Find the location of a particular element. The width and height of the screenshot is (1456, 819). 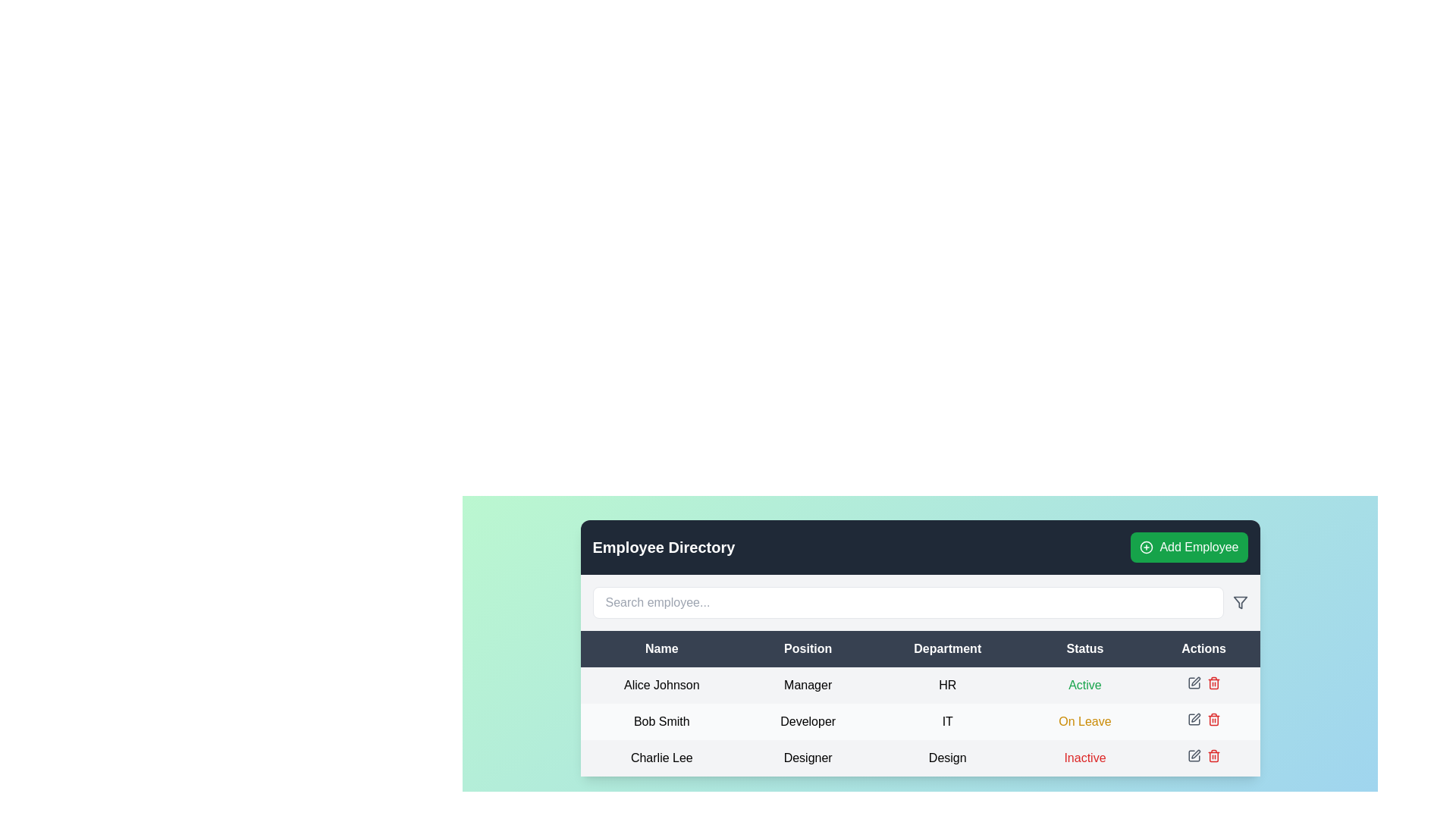

the text label displaying 'HR' located in the 'Department' column of the table for 'Alice Johnson' is located at coordinates (946, 685).